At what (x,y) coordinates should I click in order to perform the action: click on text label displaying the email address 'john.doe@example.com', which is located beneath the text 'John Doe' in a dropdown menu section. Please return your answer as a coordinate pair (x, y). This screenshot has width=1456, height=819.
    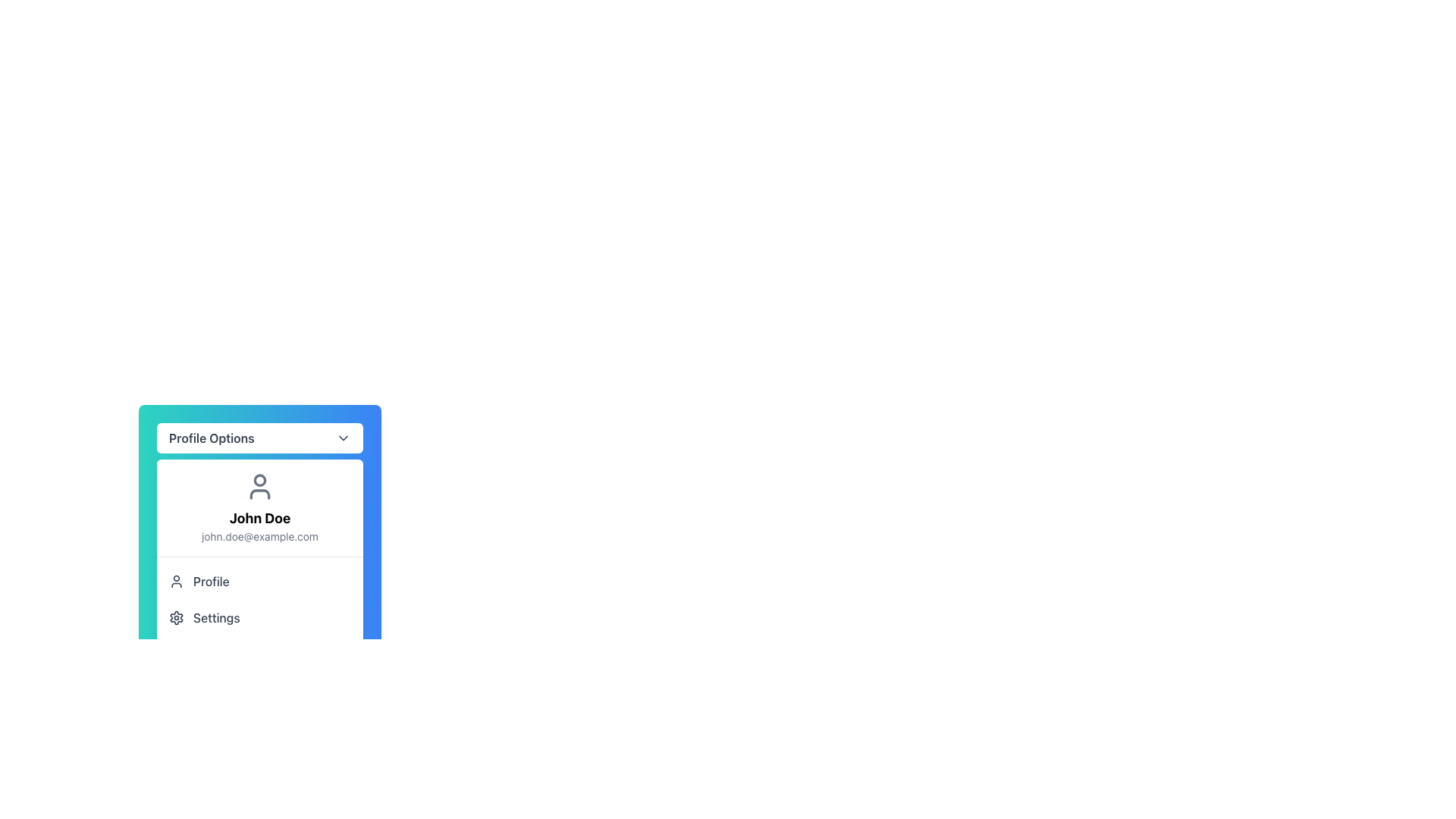
    Looking at the image, I should click on (259, 536).